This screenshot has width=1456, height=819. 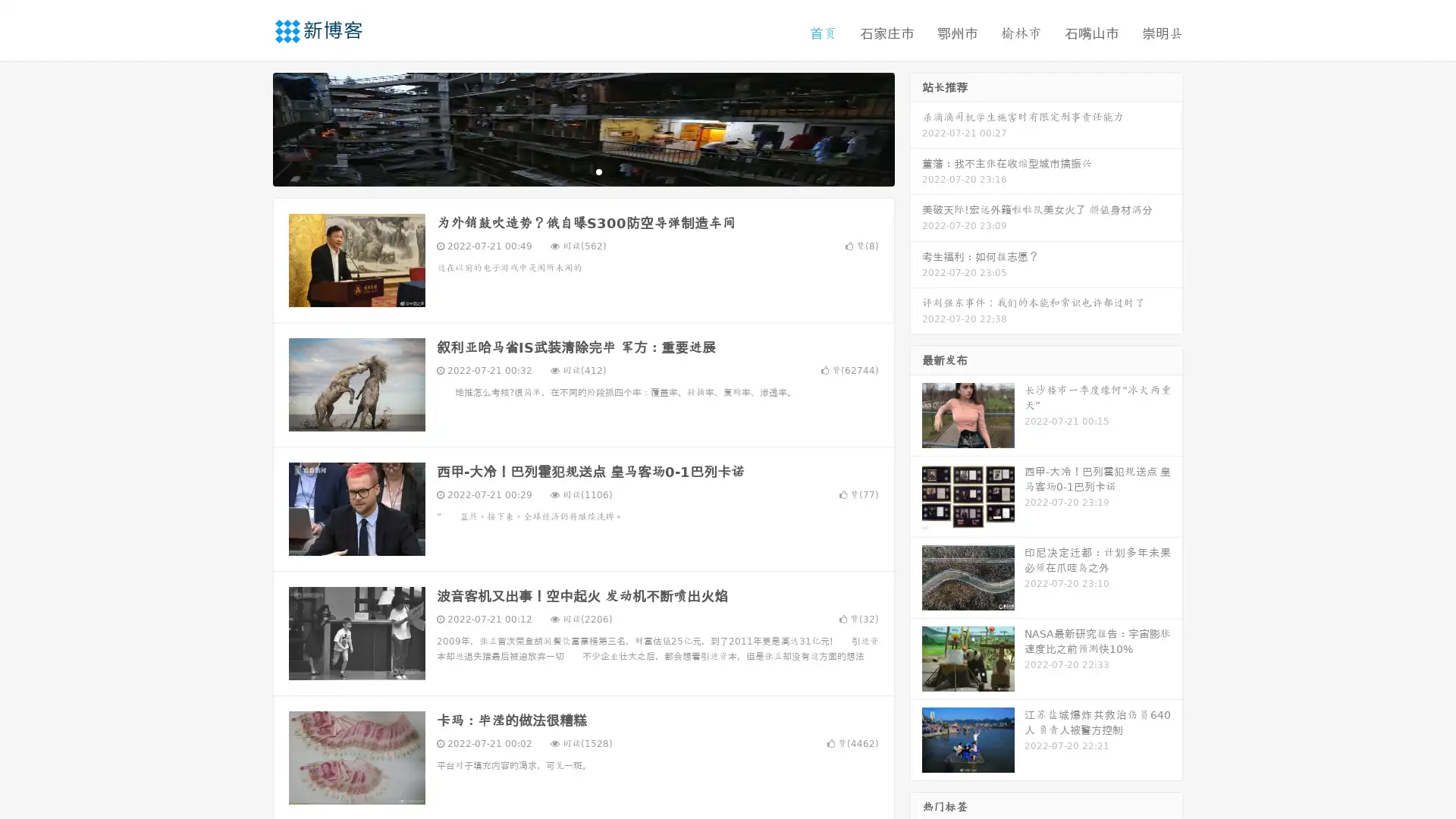 I want to click on Go to slide 1, so click(x=567, y=171).